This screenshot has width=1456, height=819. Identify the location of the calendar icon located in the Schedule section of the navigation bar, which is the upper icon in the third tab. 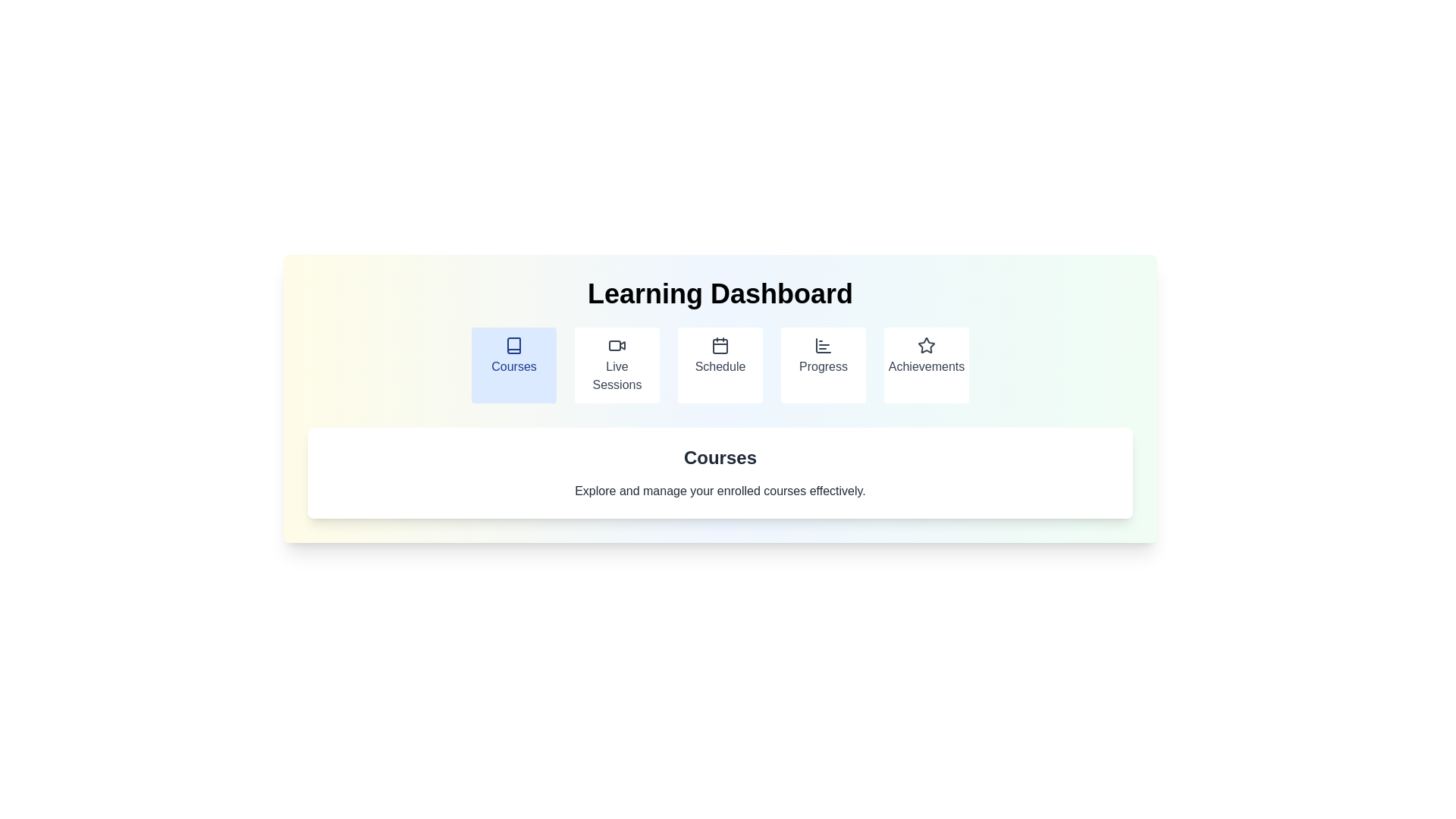
(720, 345).